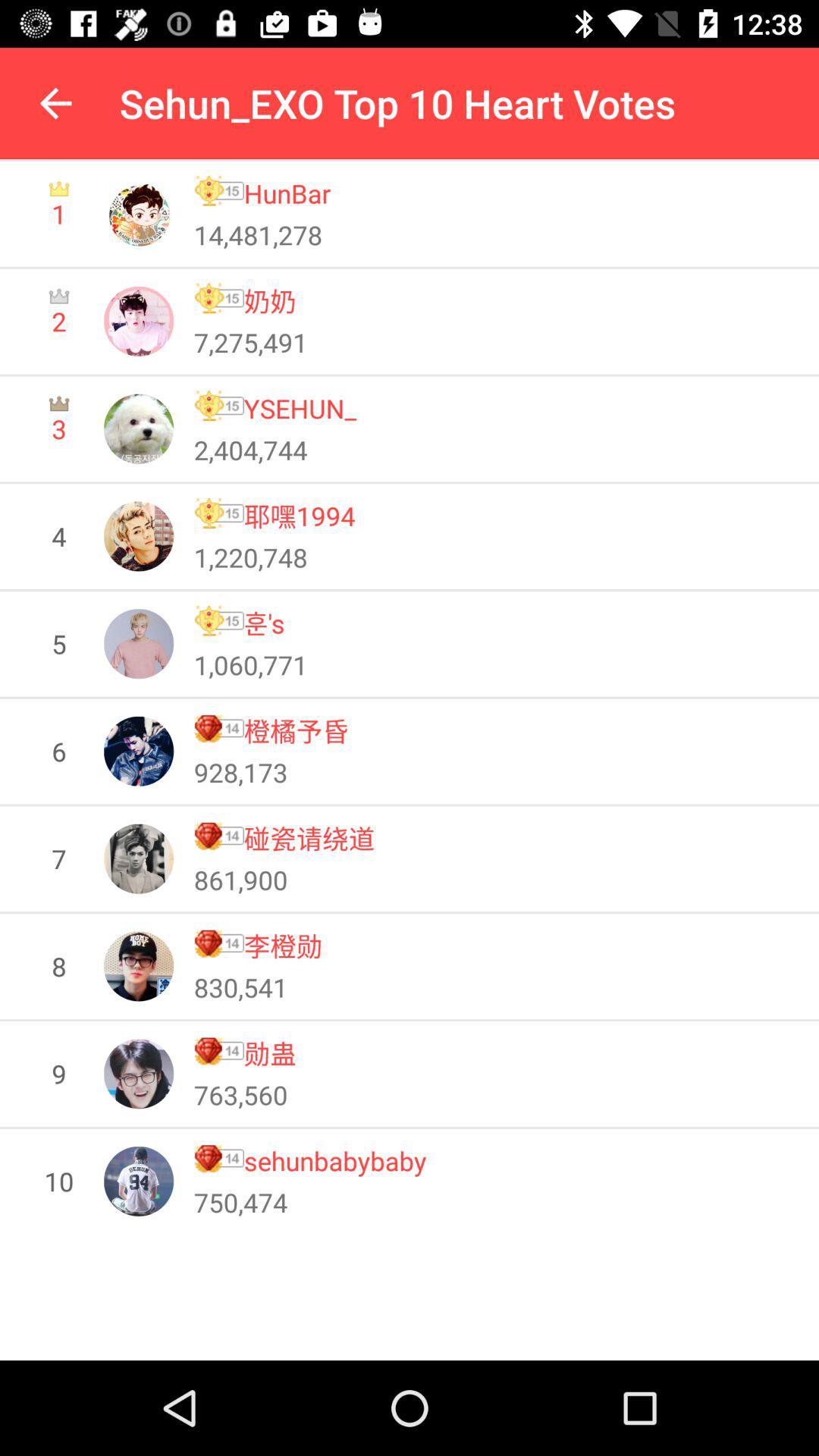  What do you see at coordinates (240, 1201) in the screenshot?
I see `icon below sehunbabybaby icon` at bounding box center [240, 1201].